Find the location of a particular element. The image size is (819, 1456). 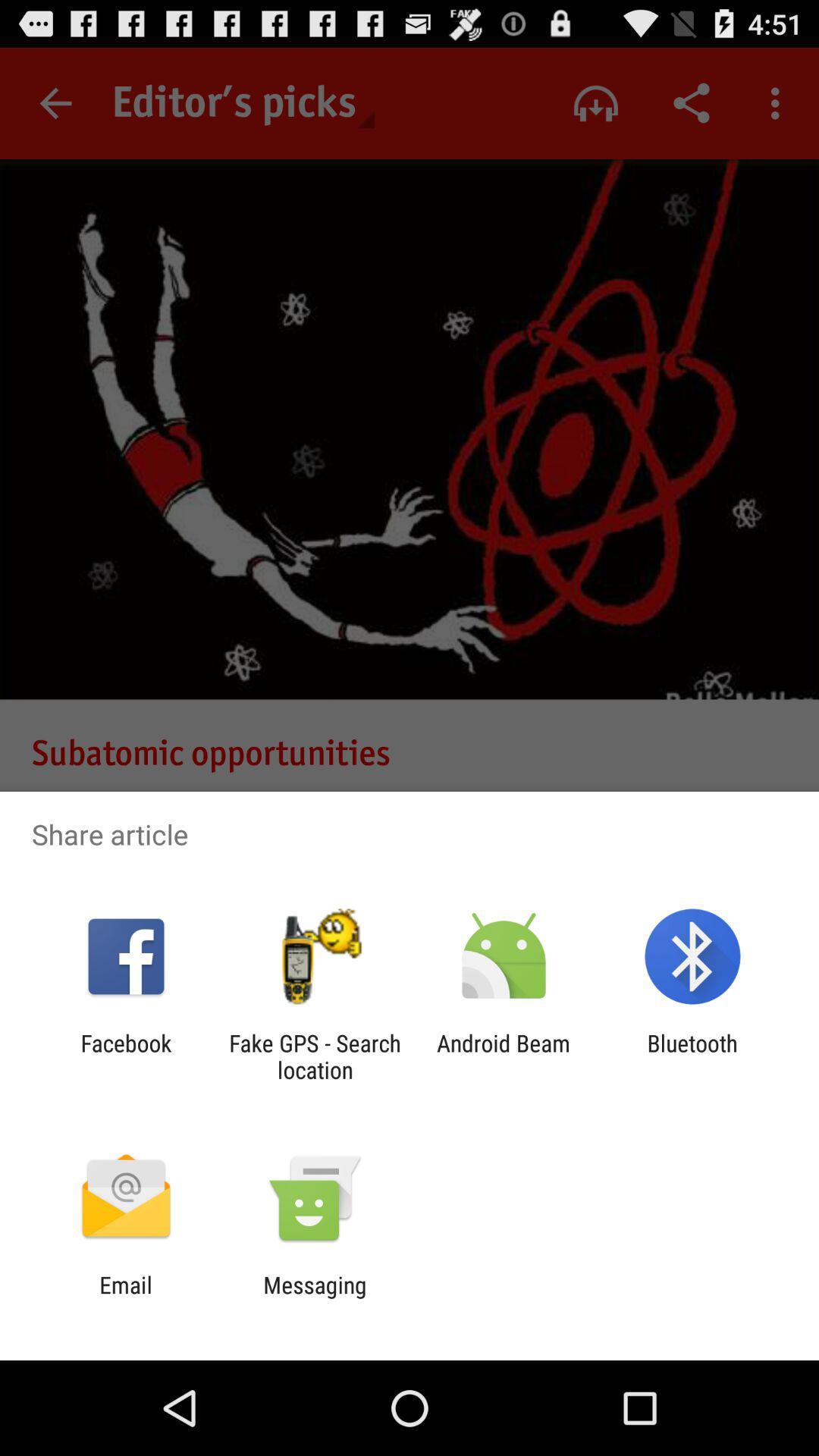

the facebook icon is located at coordinates (125, 1056).